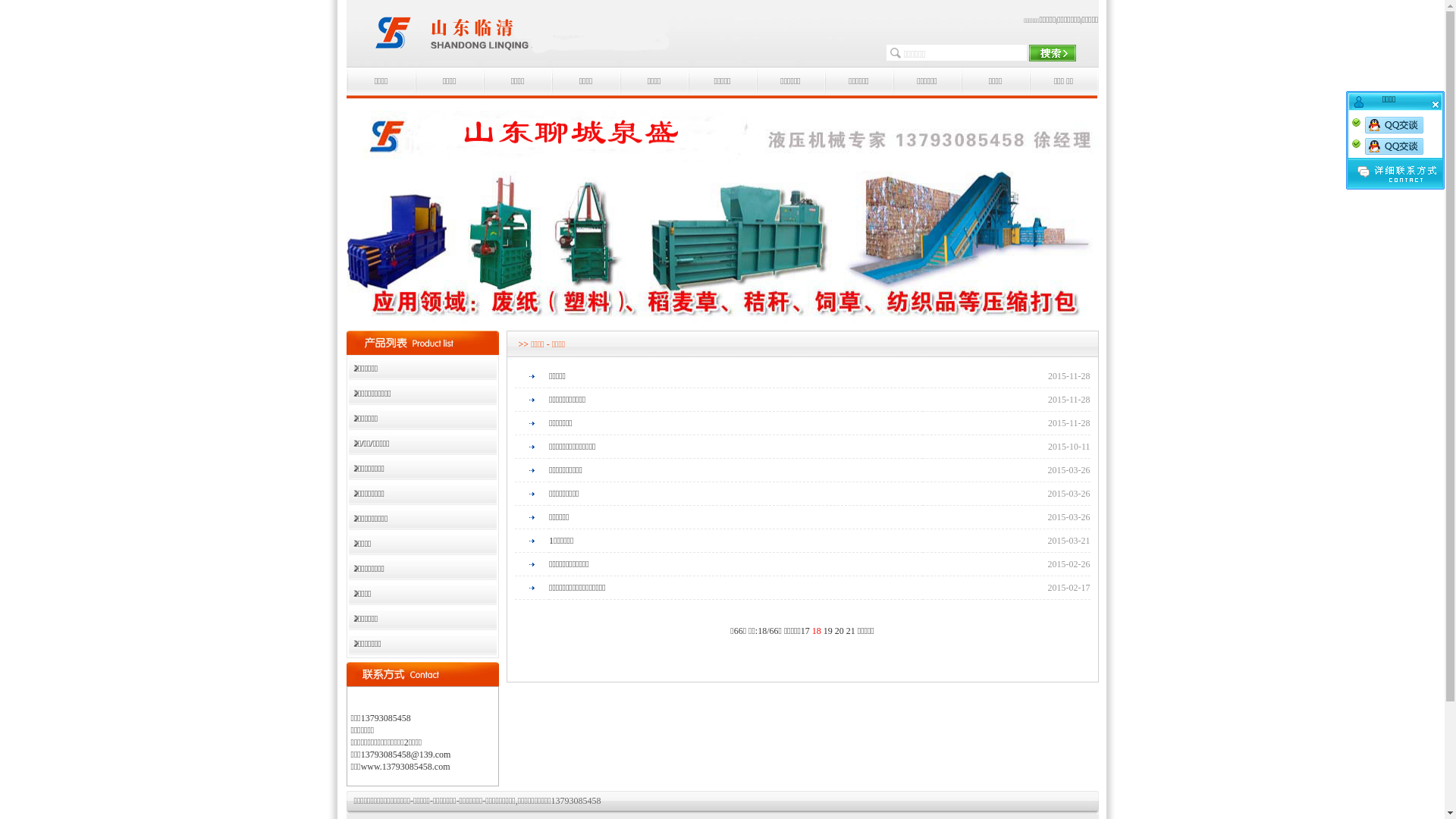 This screenshot has height=819, width=1456. What do you see at coordinates (833, 631) in the screenshot?
I see `'20'` at bounding box center [833, 631].